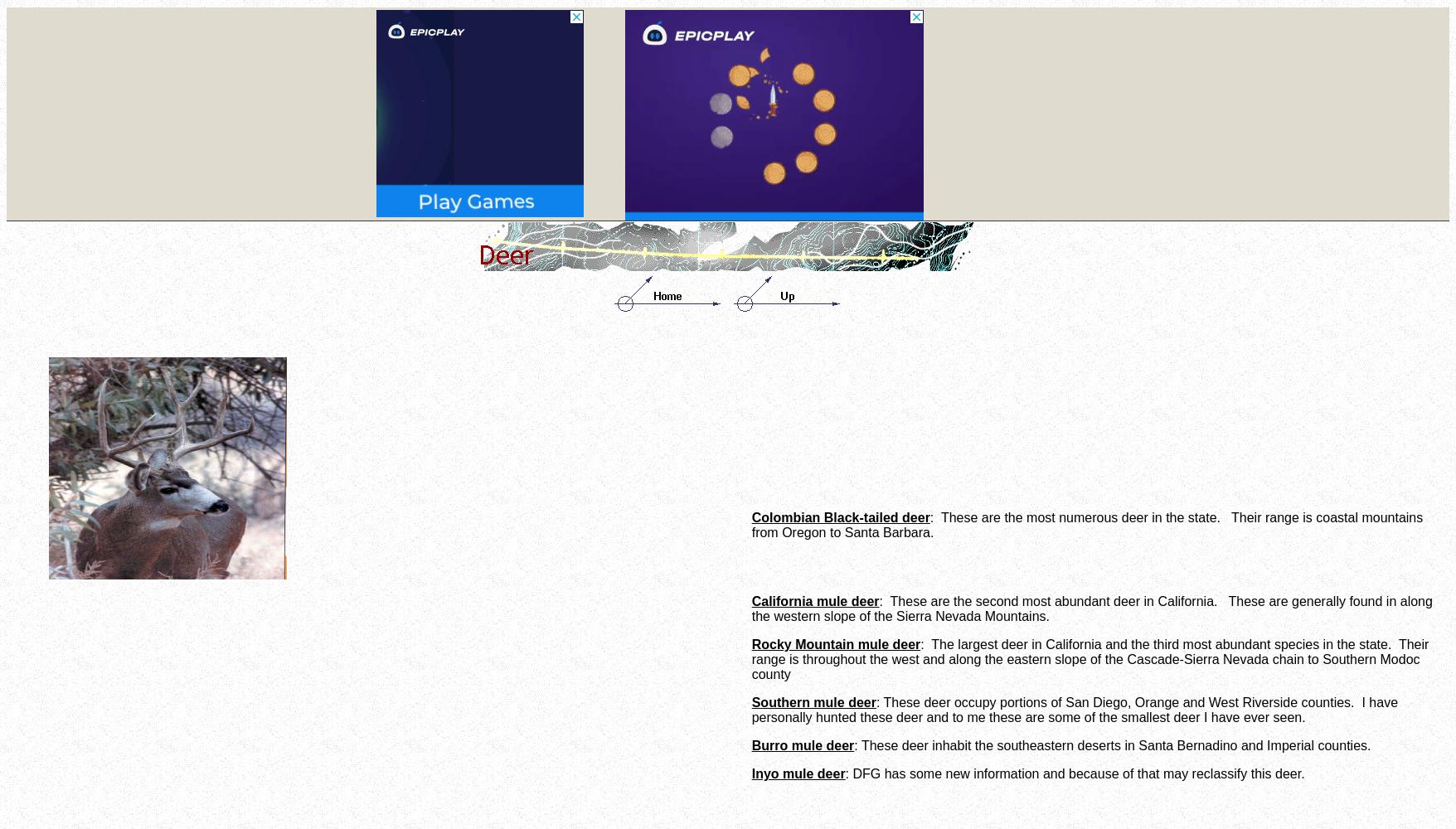  I want to click on ':  The largest deer
    in California and the third most abundant species in the state.  Their range is
    throughout the west and along the eastern slope of the Cascade-Sierra Nevada chain to
    Southern Modoc county', so click(750, 659).